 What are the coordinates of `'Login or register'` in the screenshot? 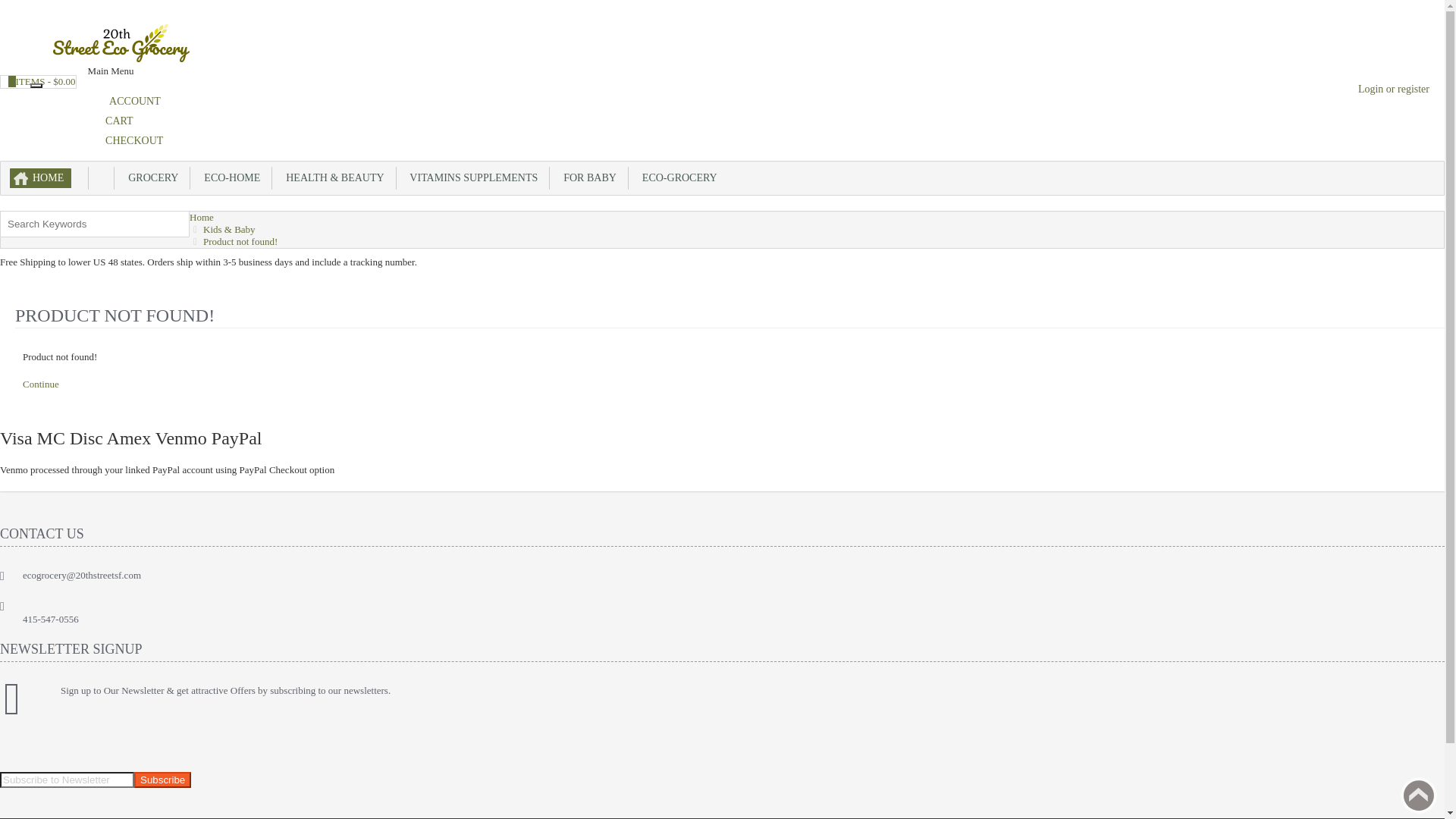 It's located at (1390, 89).